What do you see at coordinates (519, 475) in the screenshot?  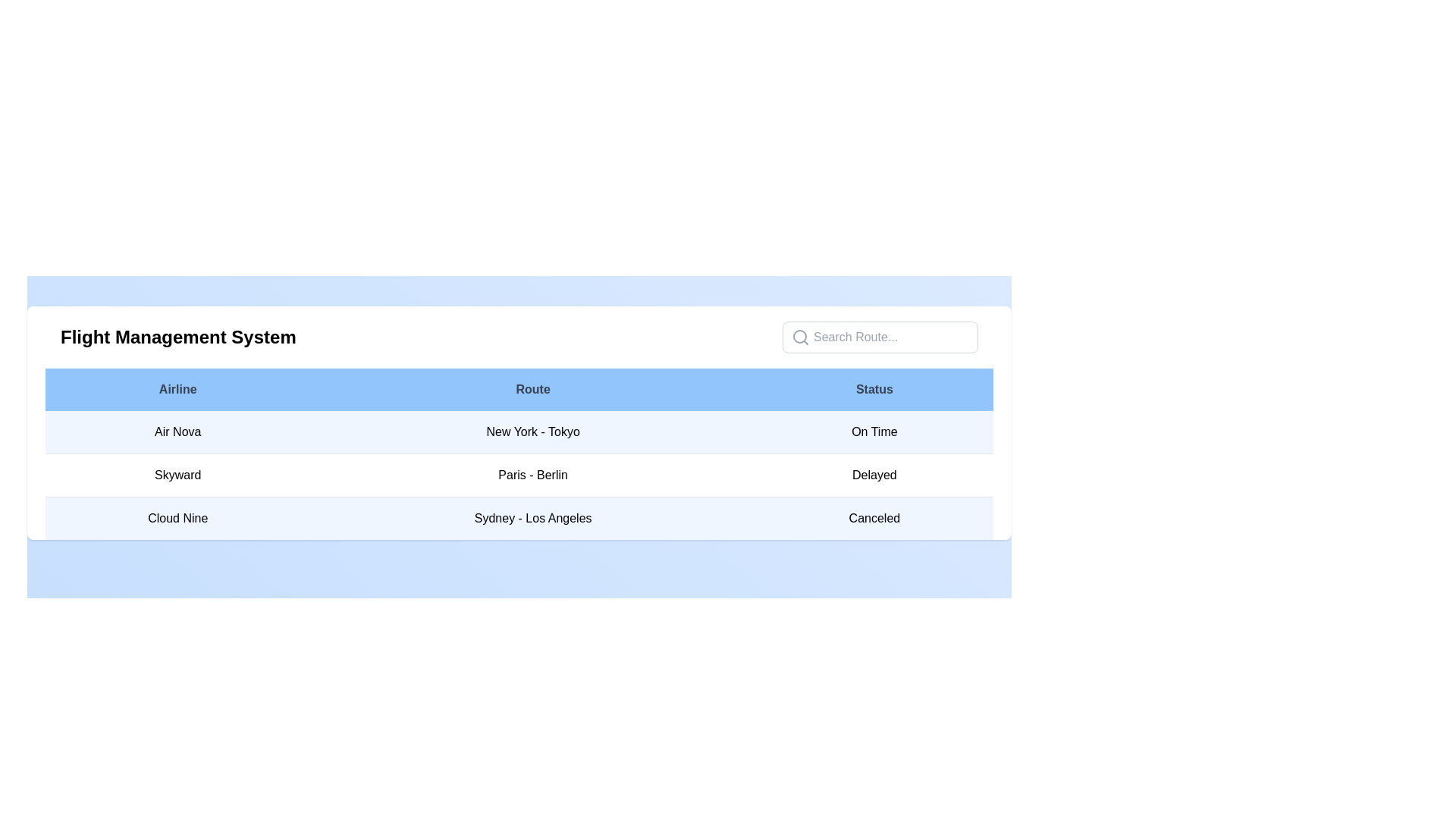 I see `text in the second row of the flight details table, which is positioned between 'Air Nova - New York - Tokyo - On Time' above and 'Cloud Nine - Sydney - Los Angeles - Canceled' below` at bounding box center [519, 475].